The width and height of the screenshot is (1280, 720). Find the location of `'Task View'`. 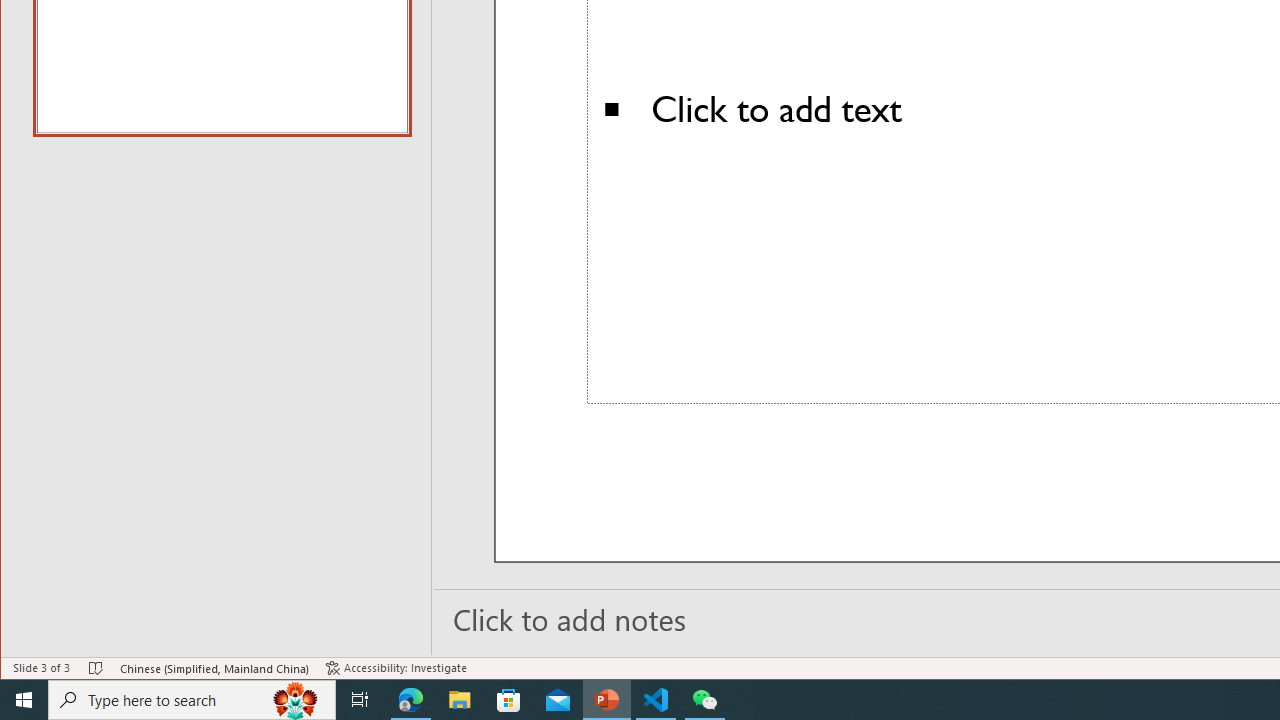

'Task View' is located at coordinates (359, 698).